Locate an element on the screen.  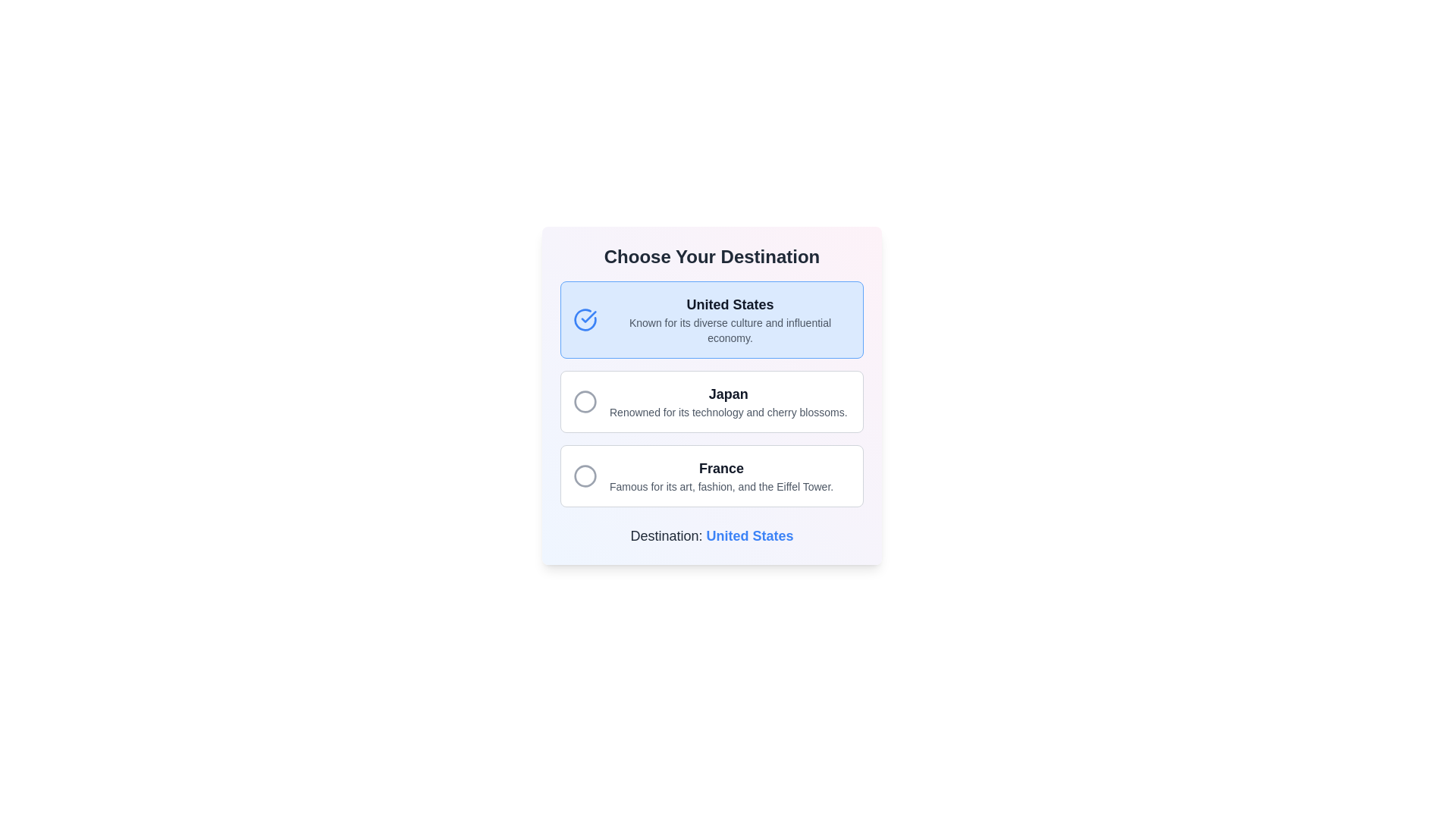
the static text element that describes 'Renowned for its technology and cherry blossoms.' positioned below the selection option labeled 'Japan' is located at coordinates (728, 412).